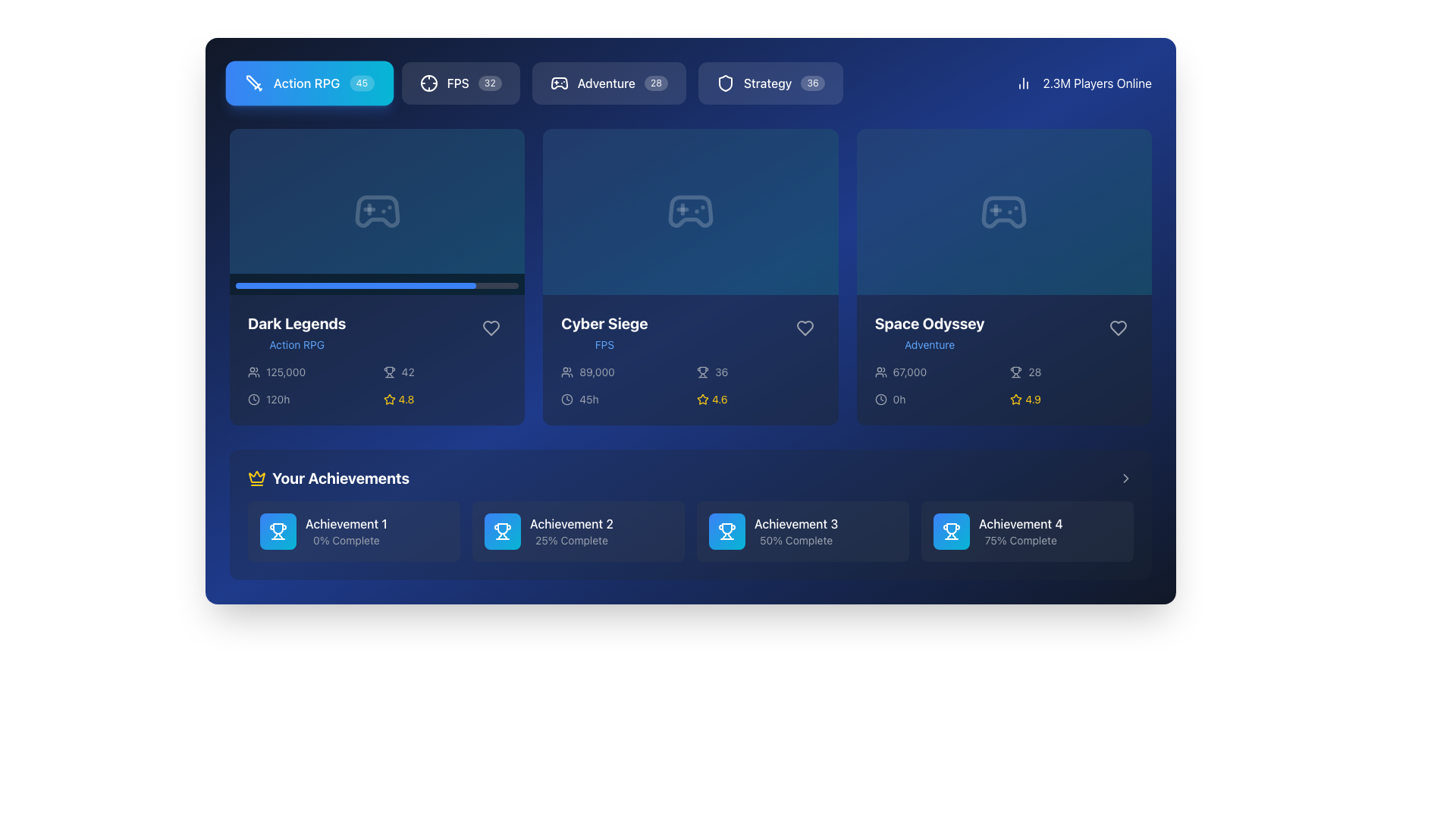 This screenshot has width=1456, height=819. Describe the element at coordinates (257, 479) in the screenshot. I see `the Decorative Icon located in the header of the 'Your Achievements' section, which emphasizes the significance of accomplishments` at that location.